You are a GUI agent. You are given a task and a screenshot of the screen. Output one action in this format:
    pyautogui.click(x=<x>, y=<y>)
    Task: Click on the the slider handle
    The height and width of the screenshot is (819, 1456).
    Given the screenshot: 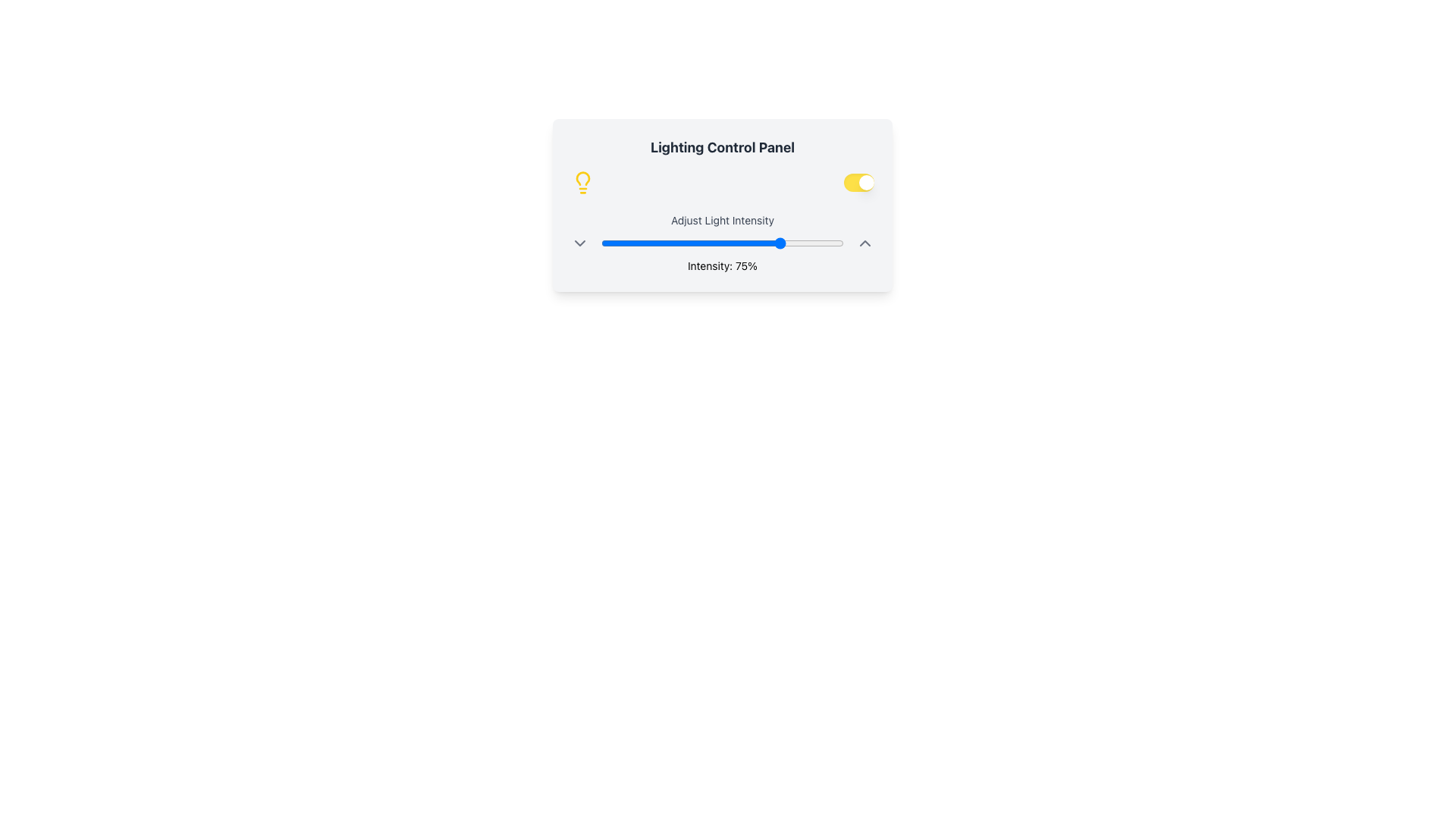 What is the action you would take?
    pyautogui.click(x=722, y=242)
    